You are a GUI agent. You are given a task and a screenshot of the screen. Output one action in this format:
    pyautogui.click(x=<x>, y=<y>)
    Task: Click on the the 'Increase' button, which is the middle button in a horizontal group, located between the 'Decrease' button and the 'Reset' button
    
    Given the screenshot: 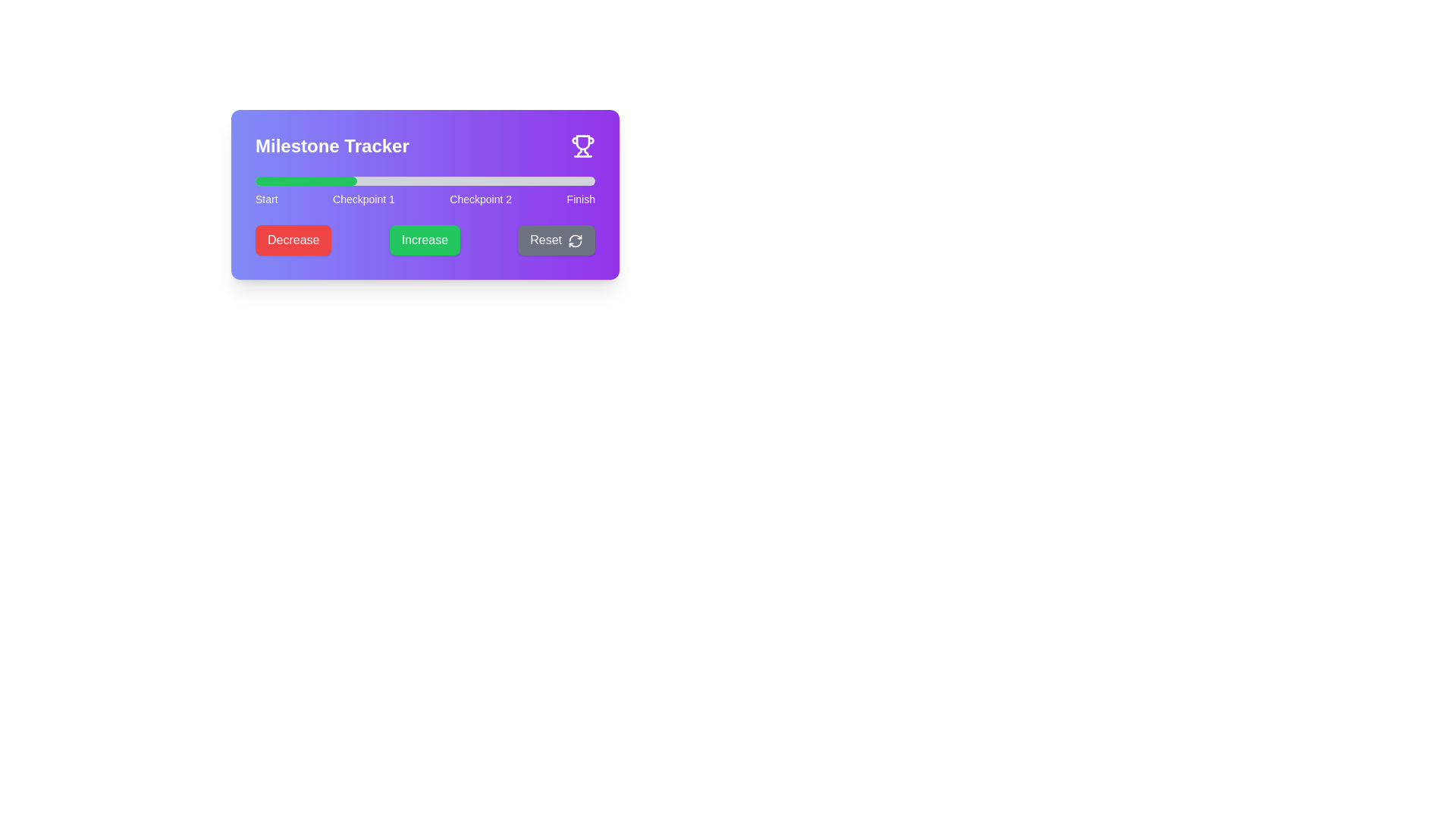 What is the action you would take?
    pyautogui.click(x=425, y=239)
    